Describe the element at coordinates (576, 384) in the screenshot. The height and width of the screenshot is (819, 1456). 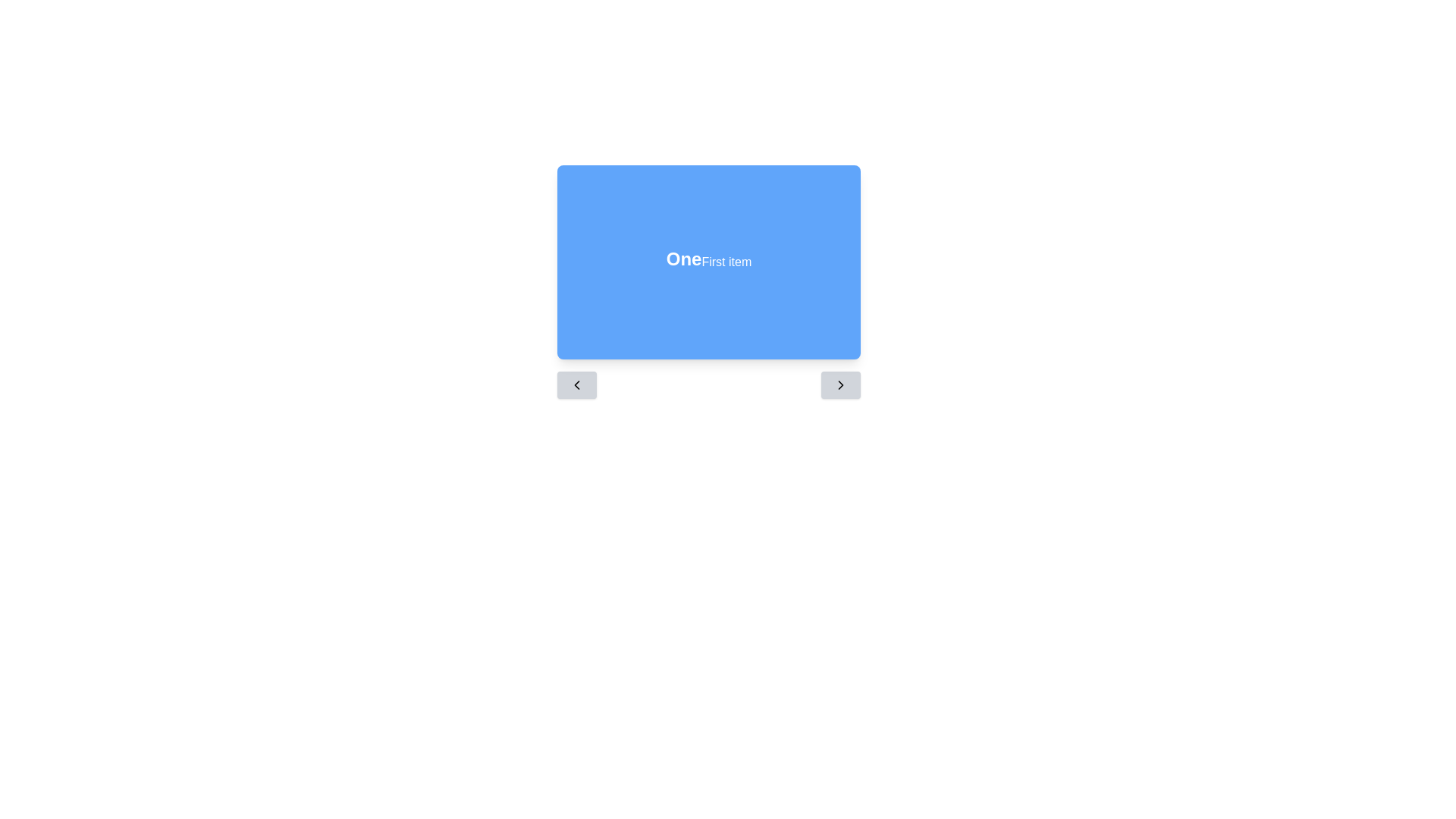
I see `the chevron-shaped left arrow icon with a black stroke, located within a gray rounded button to observe styling changes` at that location.